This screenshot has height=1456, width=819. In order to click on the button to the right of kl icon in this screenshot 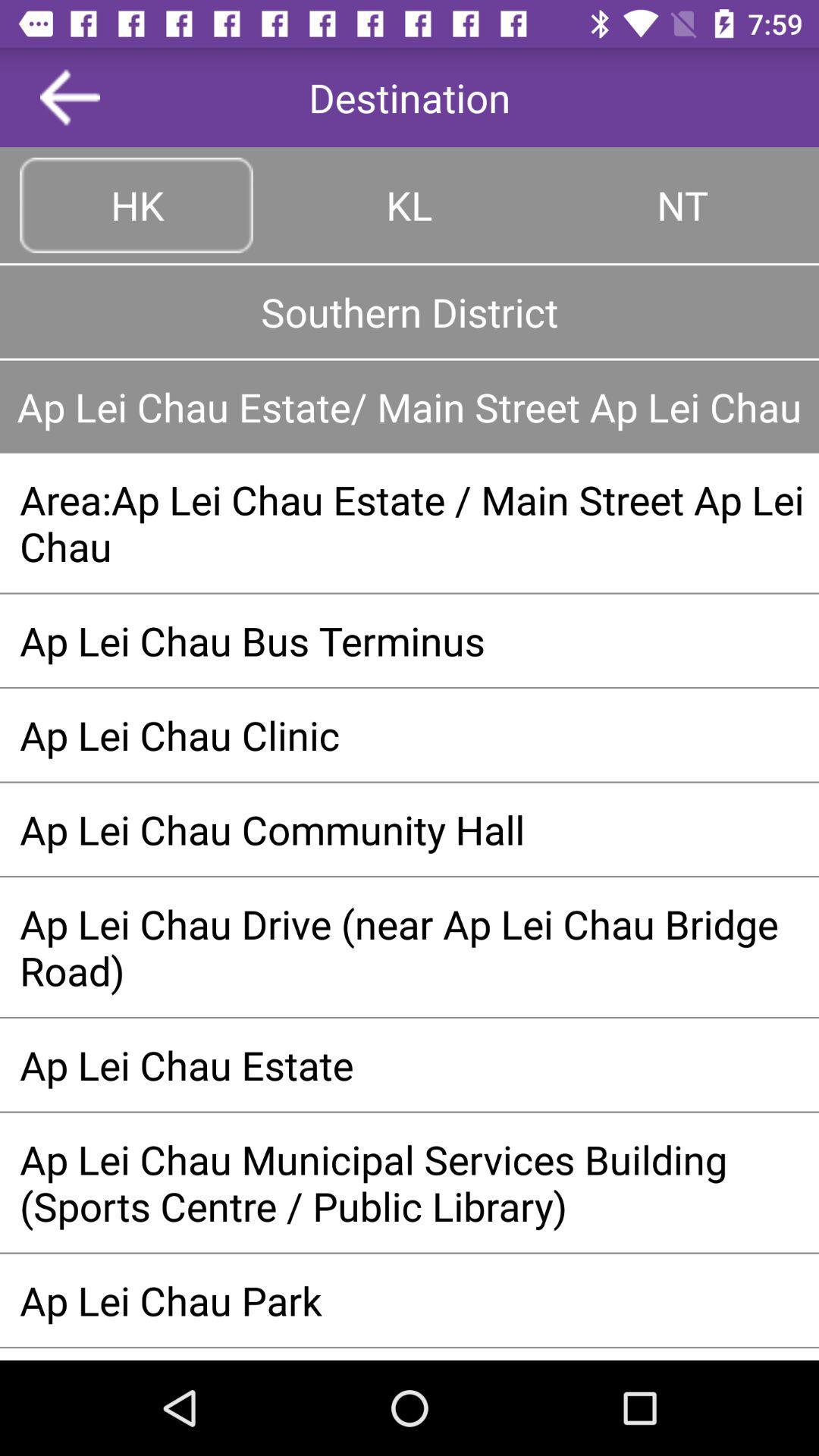, I will do `click(681, 204)`.